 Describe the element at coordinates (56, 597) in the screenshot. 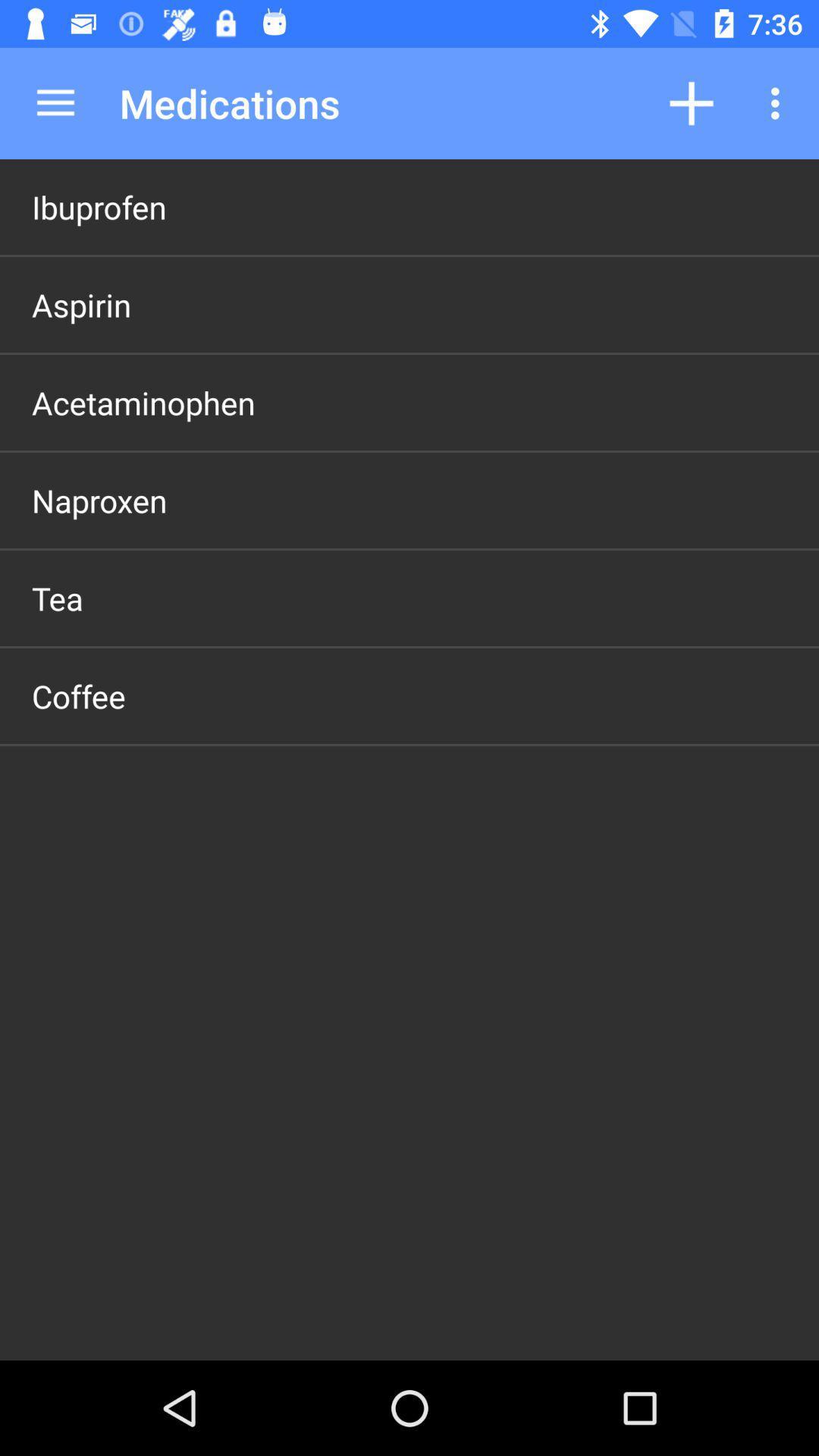

I see `the item above coffee app` at that location.